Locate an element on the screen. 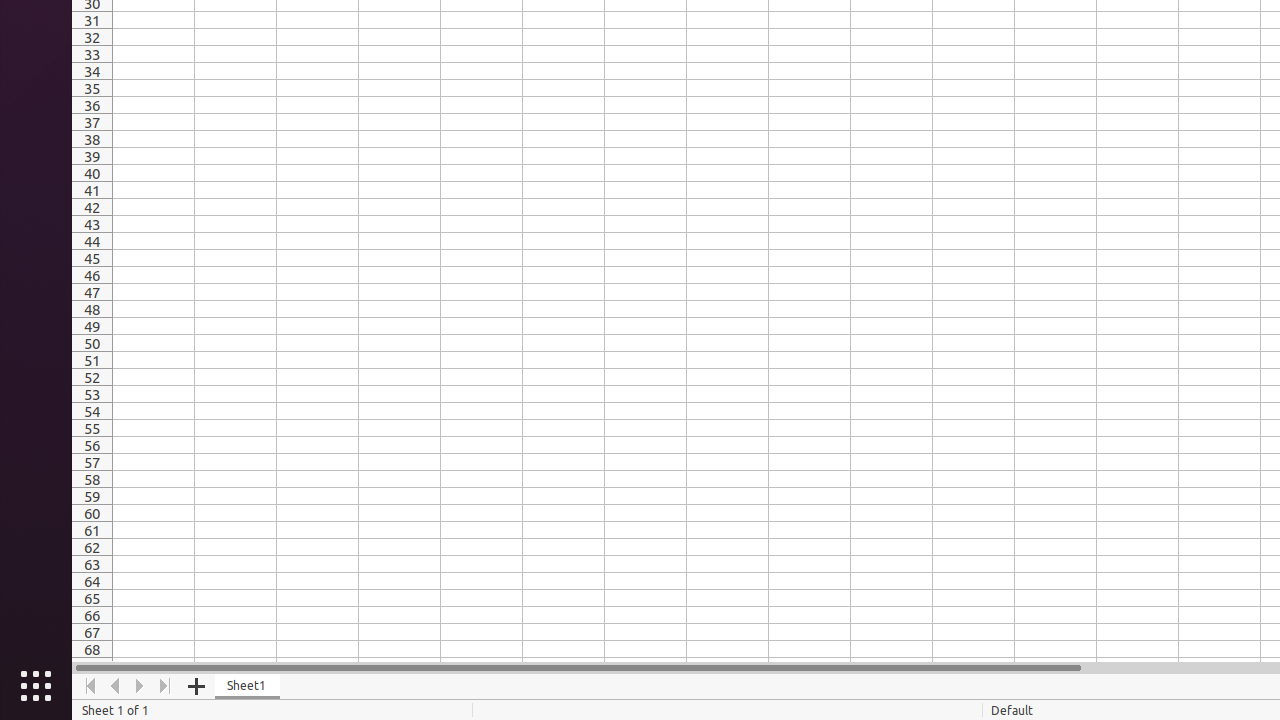 This screenshot has height=720, width=1280. 'Sheet1' is located at coordinates (246, 685).